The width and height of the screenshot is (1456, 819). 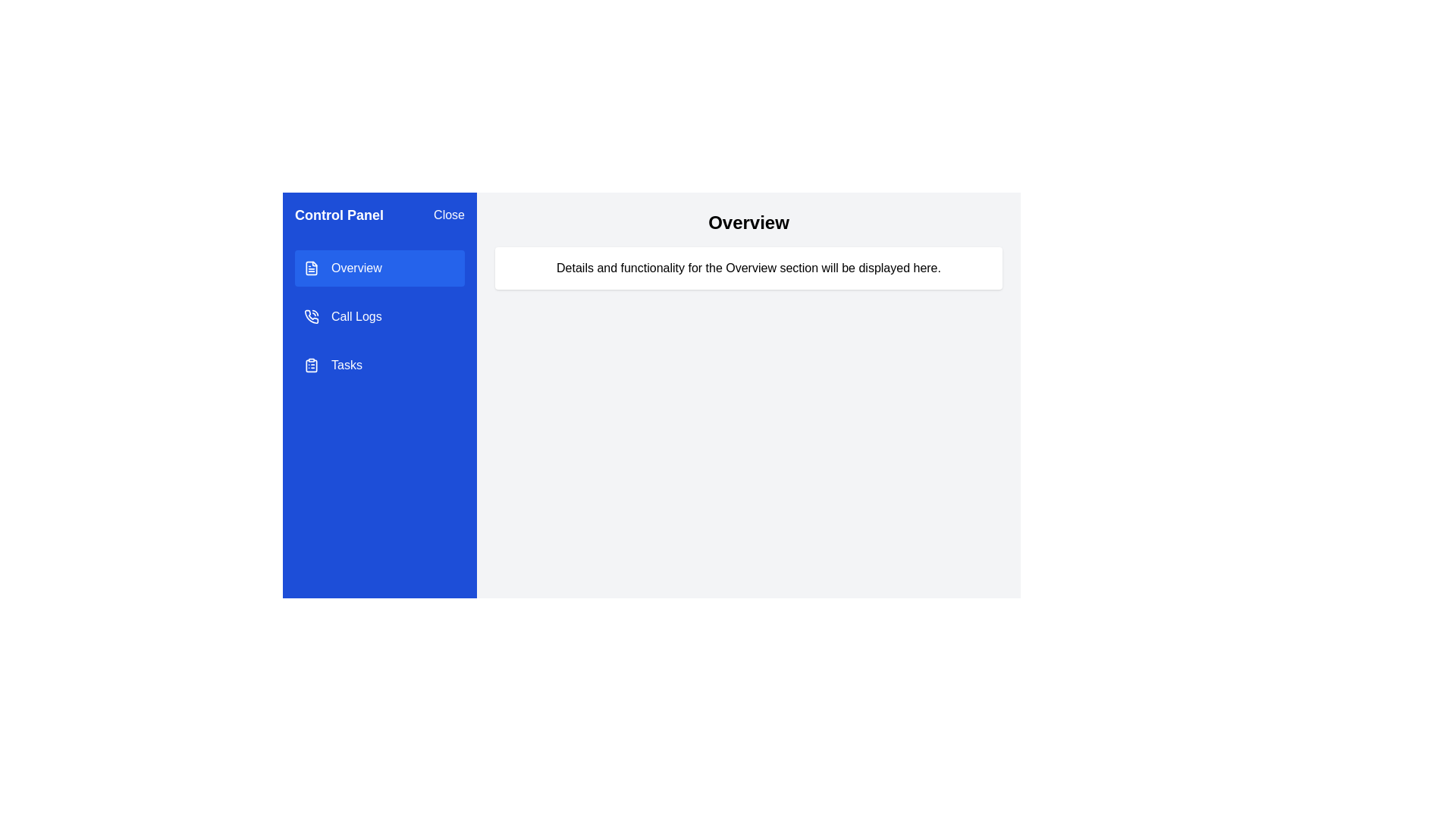 What do you see at coordinates (379, 315) in the screenshot?
I see `the menu item Call Logs from the sidebar` at bounding box center [379, 315].